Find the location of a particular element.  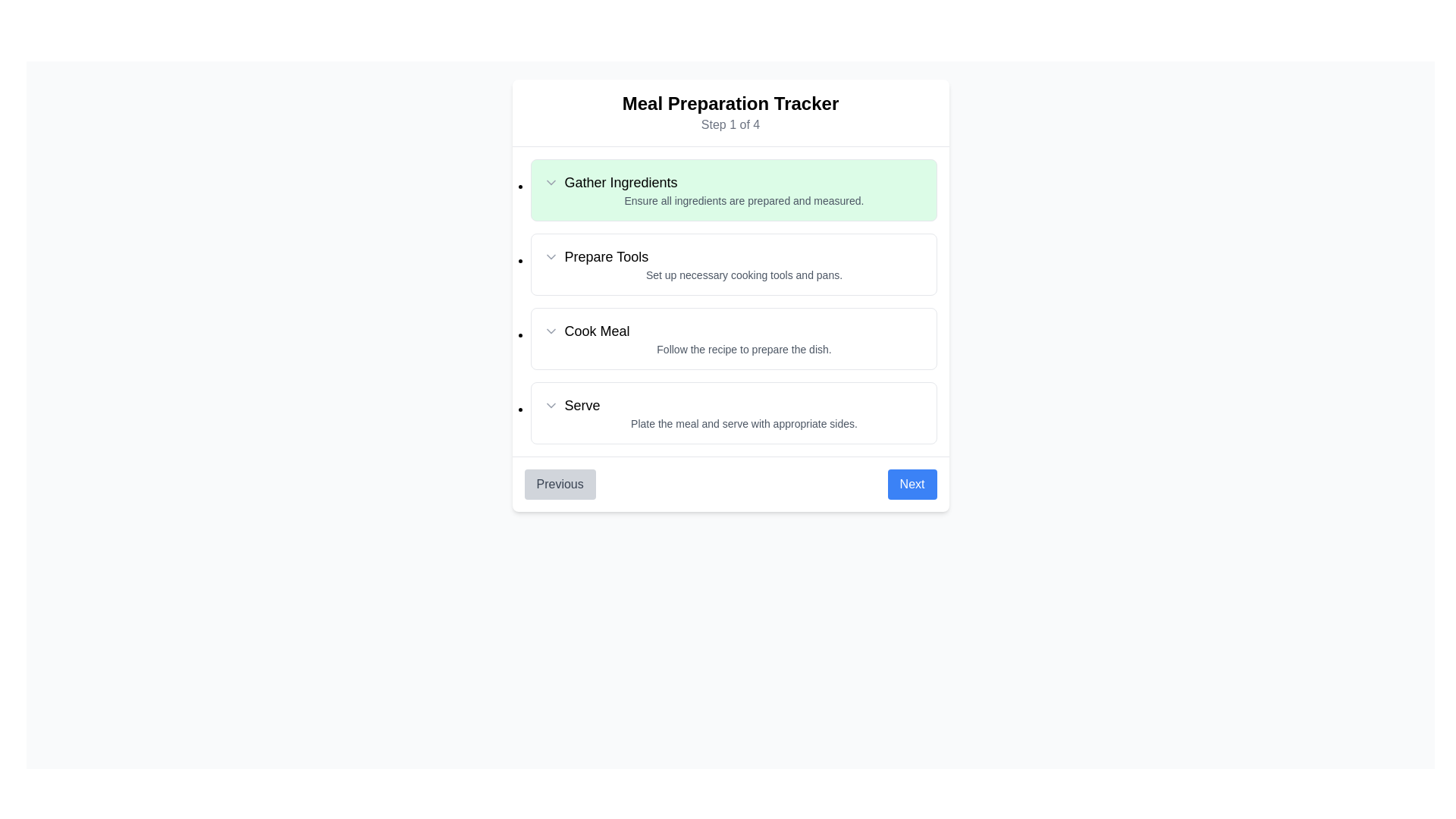

instructions from the informational card detailing the requirement to gather ingredients, which is the first entry in the vertical list of steps is located at coordinates (733, 189).